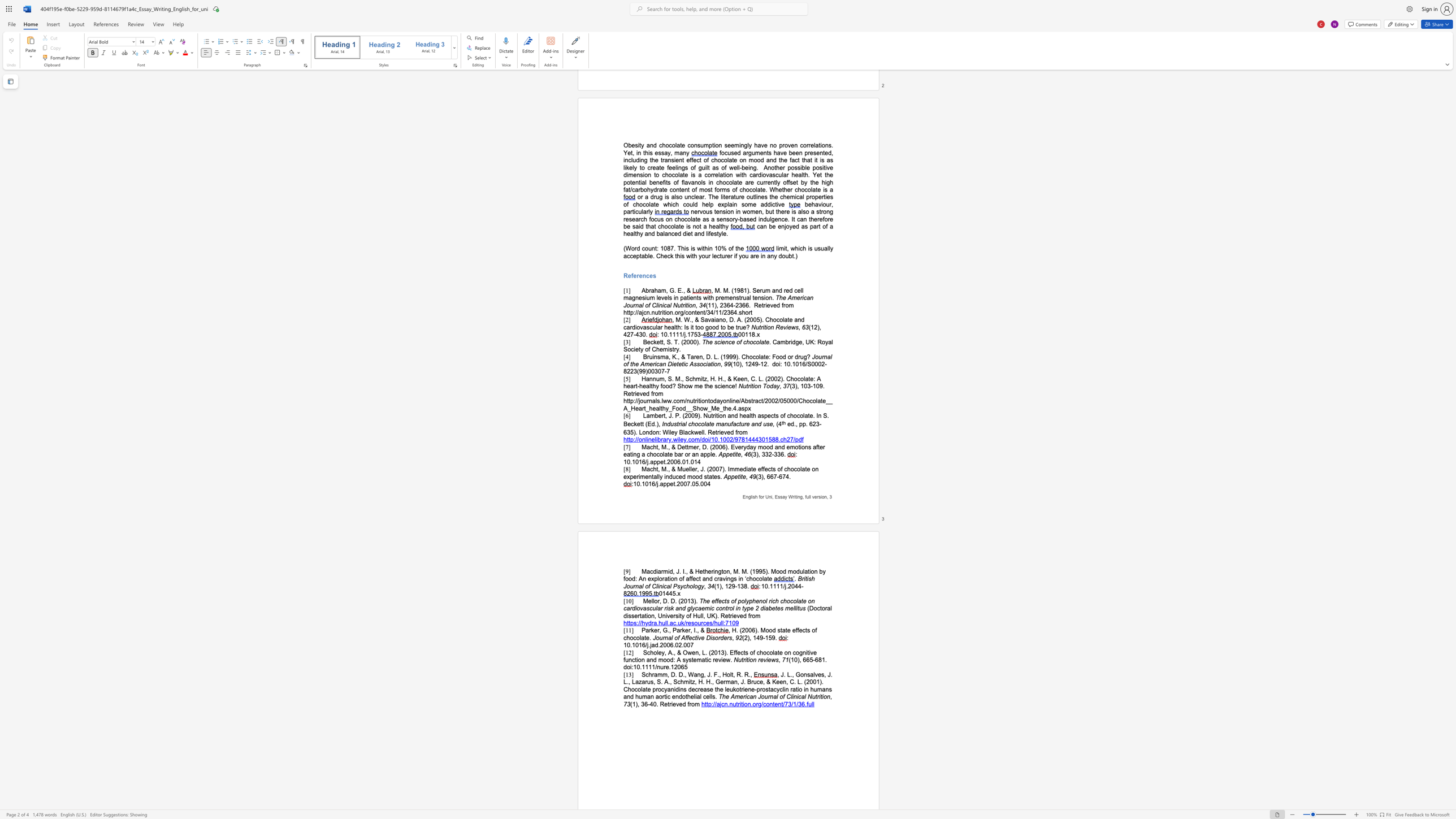  What do you see at coordinates (772, 630) in the screenshot?
I see `the subset text "d state eff" within the text ", H. (2006). Mood state effects of chocolate."` at bounding box center [772, 630].